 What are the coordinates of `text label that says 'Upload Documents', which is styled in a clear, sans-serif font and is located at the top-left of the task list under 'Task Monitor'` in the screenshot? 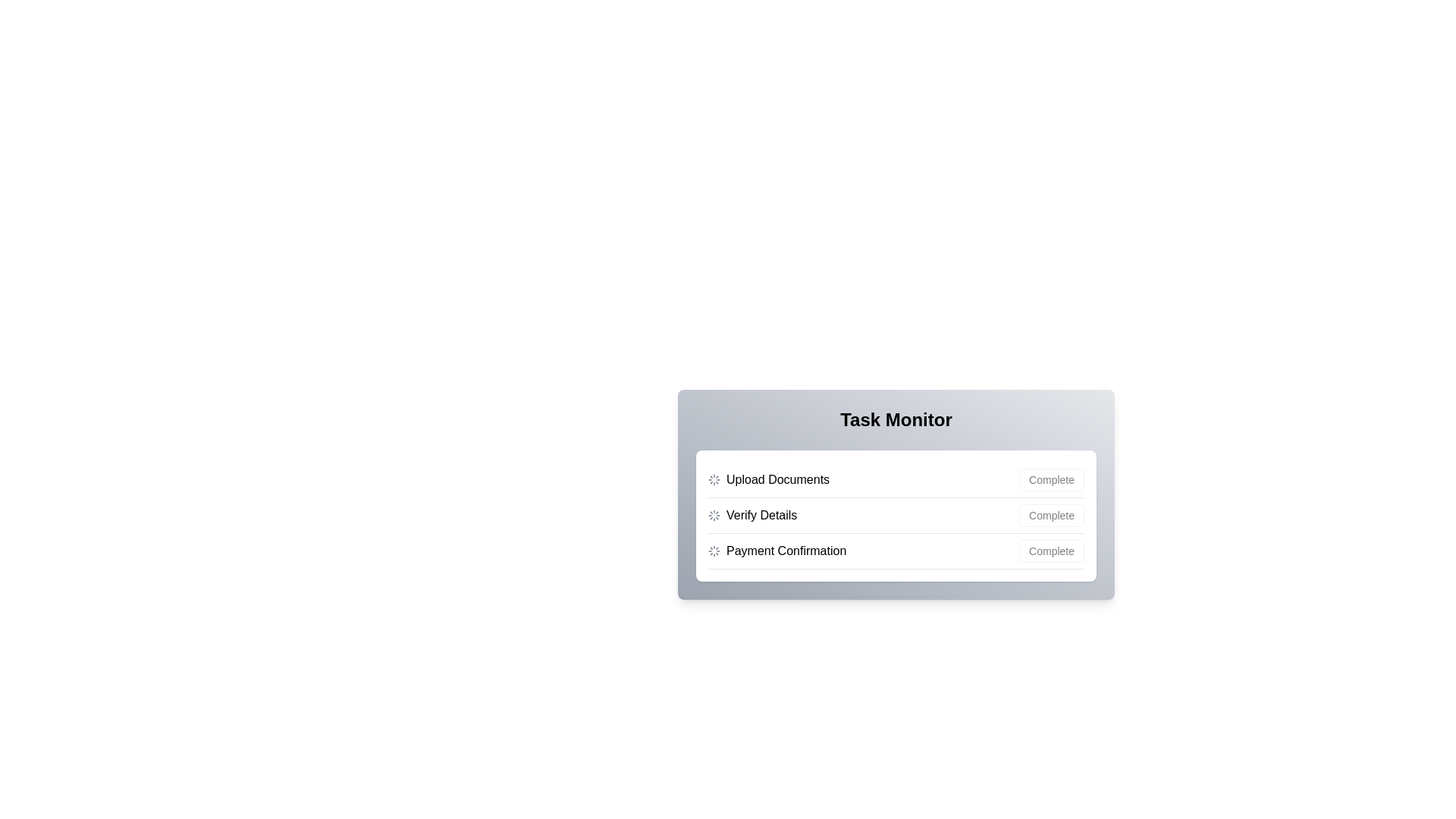 It's located at (778, 479).